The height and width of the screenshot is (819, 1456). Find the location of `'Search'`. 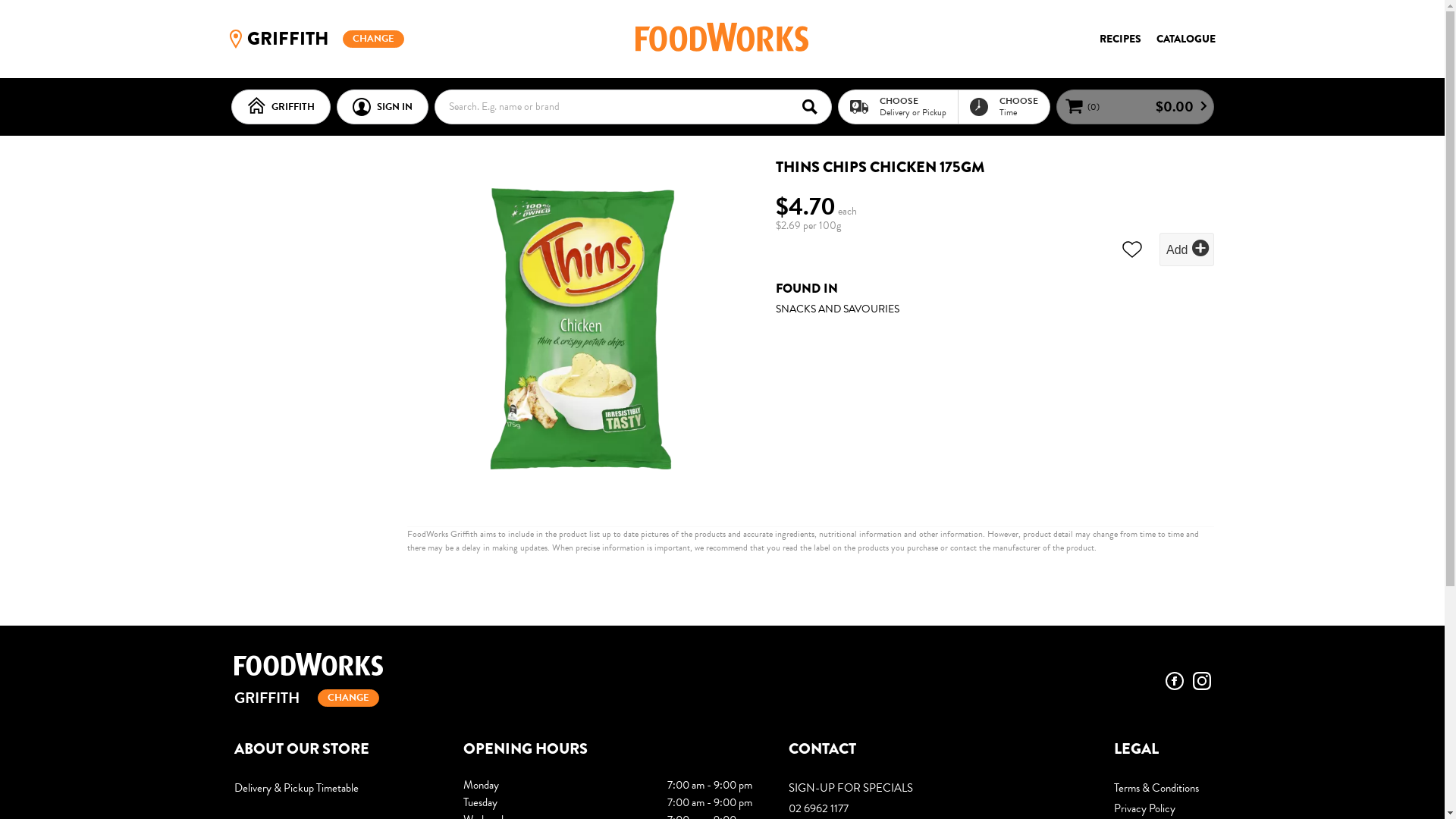

'Search' is located at coordinates (814, 105).